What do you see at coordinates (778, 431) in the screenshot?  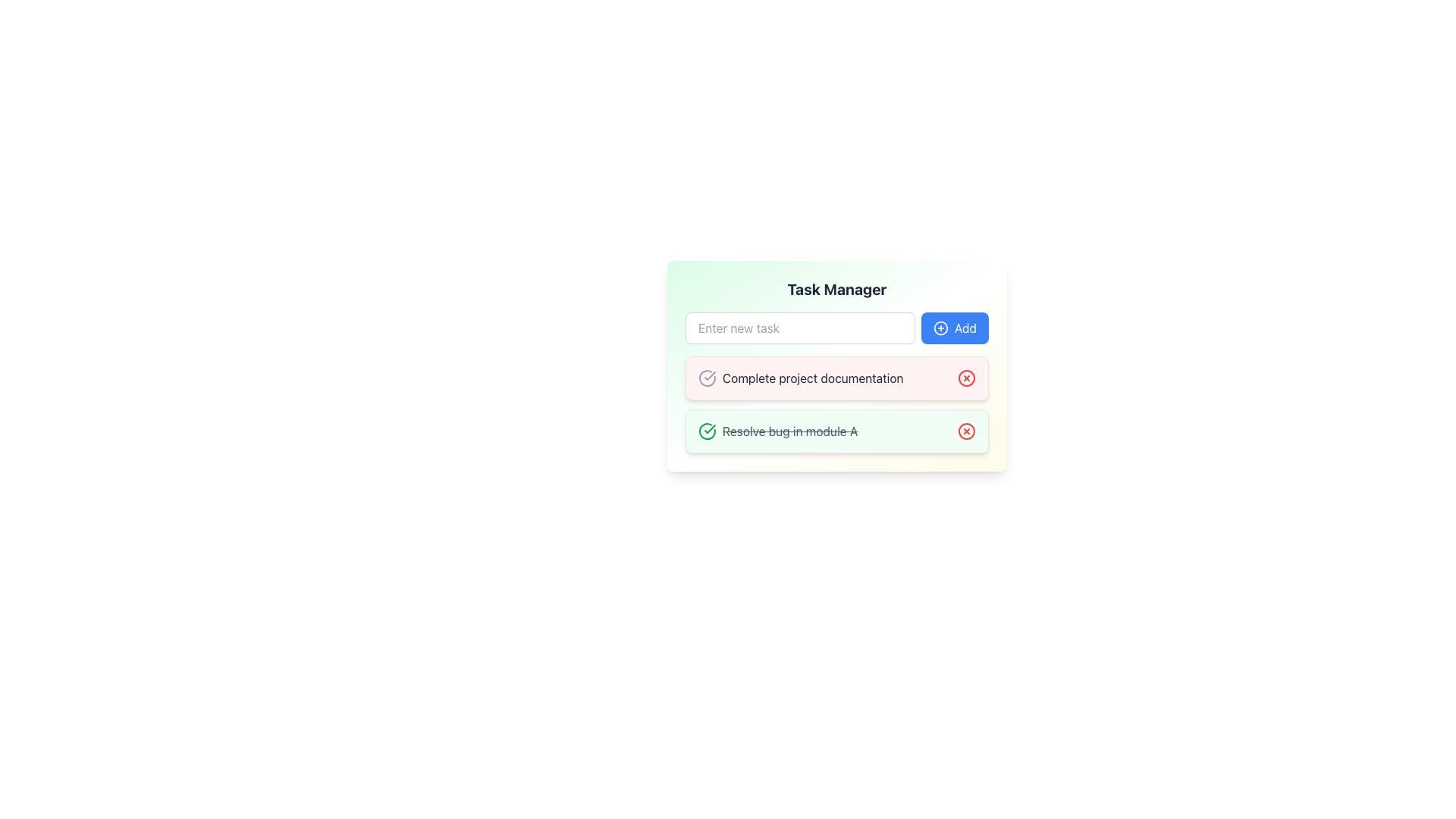 I see `text of the Task item label that indicates completion, which reads 'Resolve bug in module A'` at bounding box center [778, 431].